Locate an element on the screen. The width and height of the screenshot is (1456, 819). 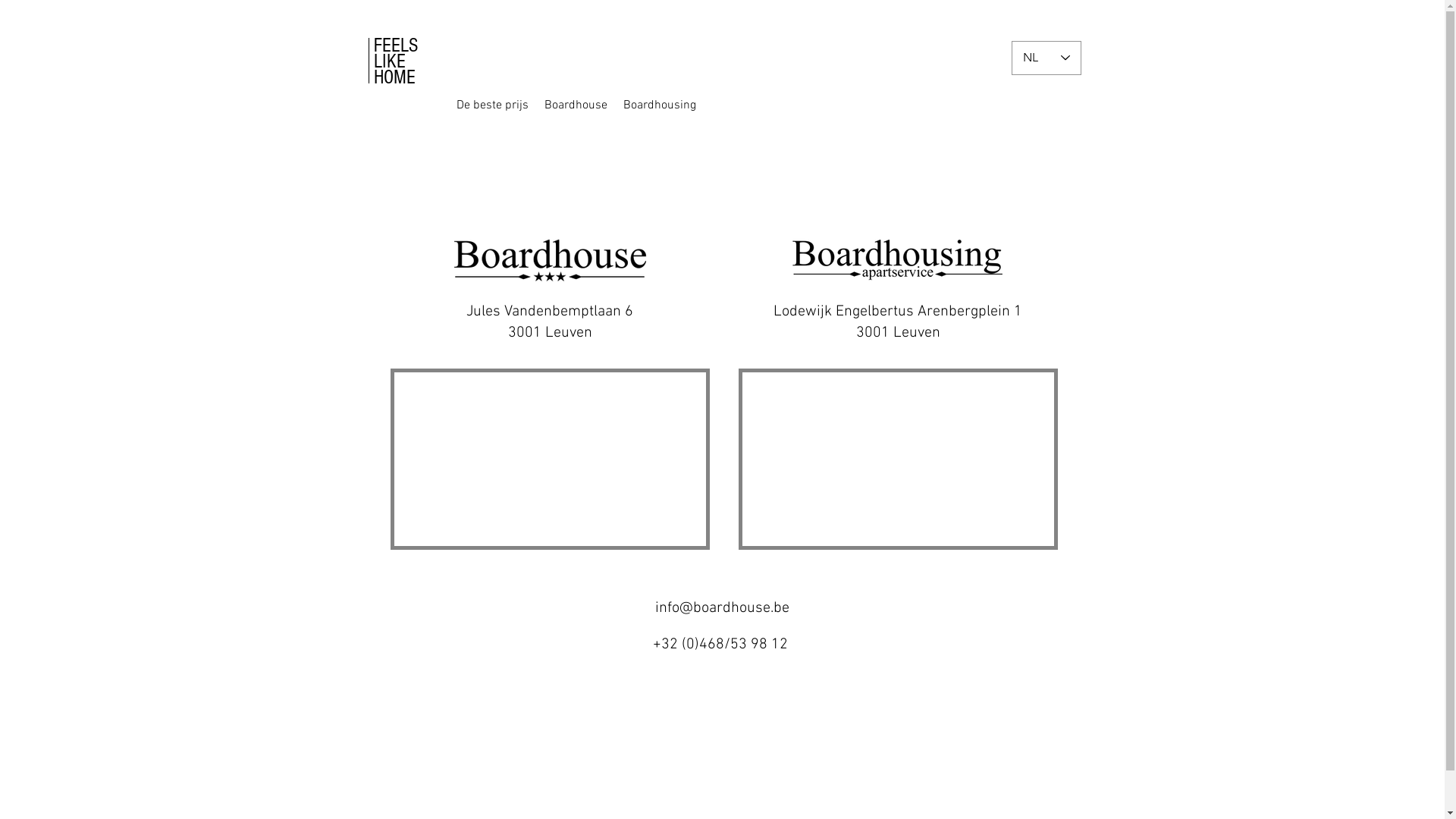
'Boardhouse' is located at coordinates (534, 104).